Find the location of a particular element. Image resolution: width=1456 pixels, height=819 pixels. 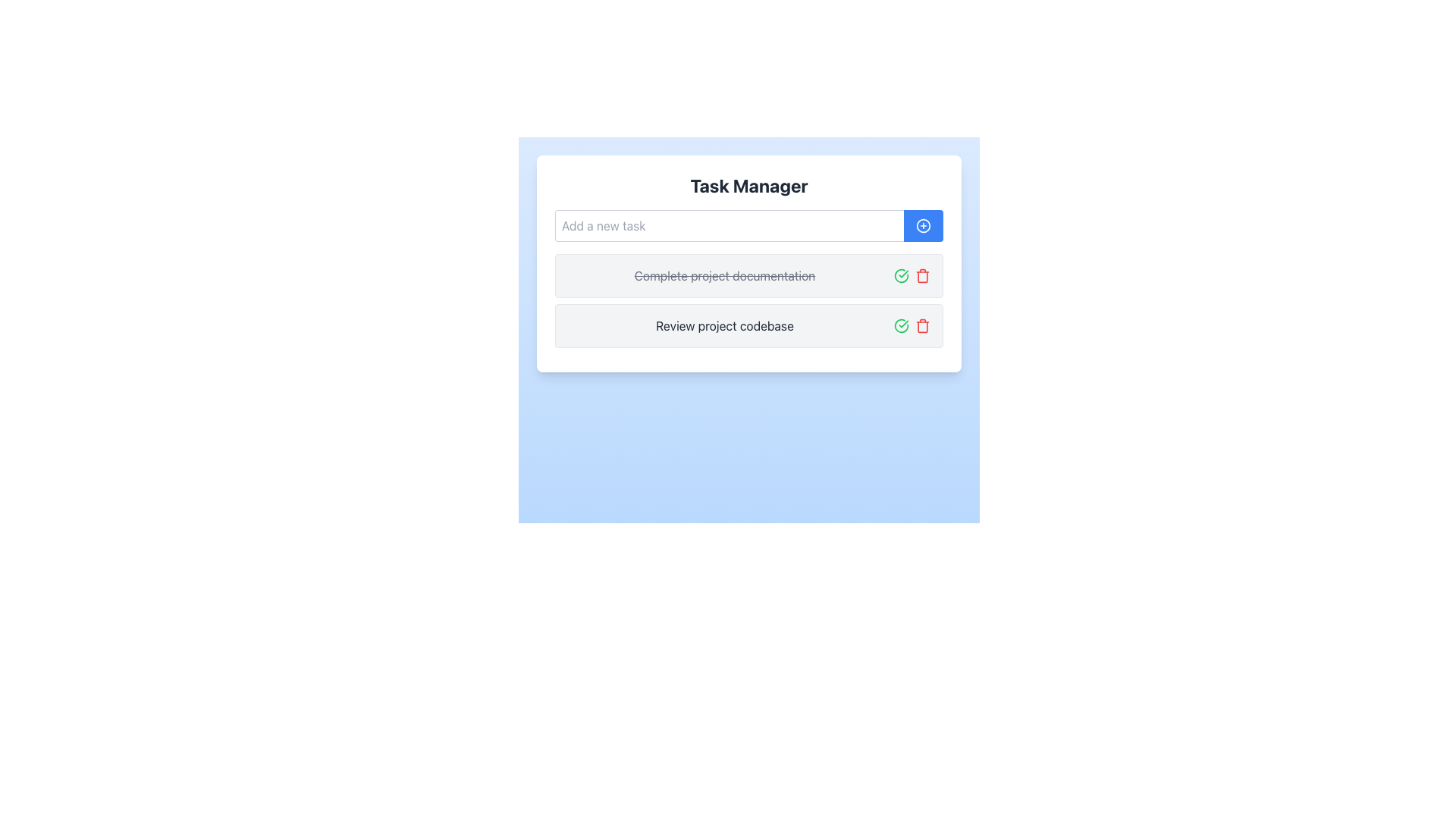

the icon-based button within the blue button on the right side of the input field labeled 'Add a new task' is located at coordinates (923, 225).